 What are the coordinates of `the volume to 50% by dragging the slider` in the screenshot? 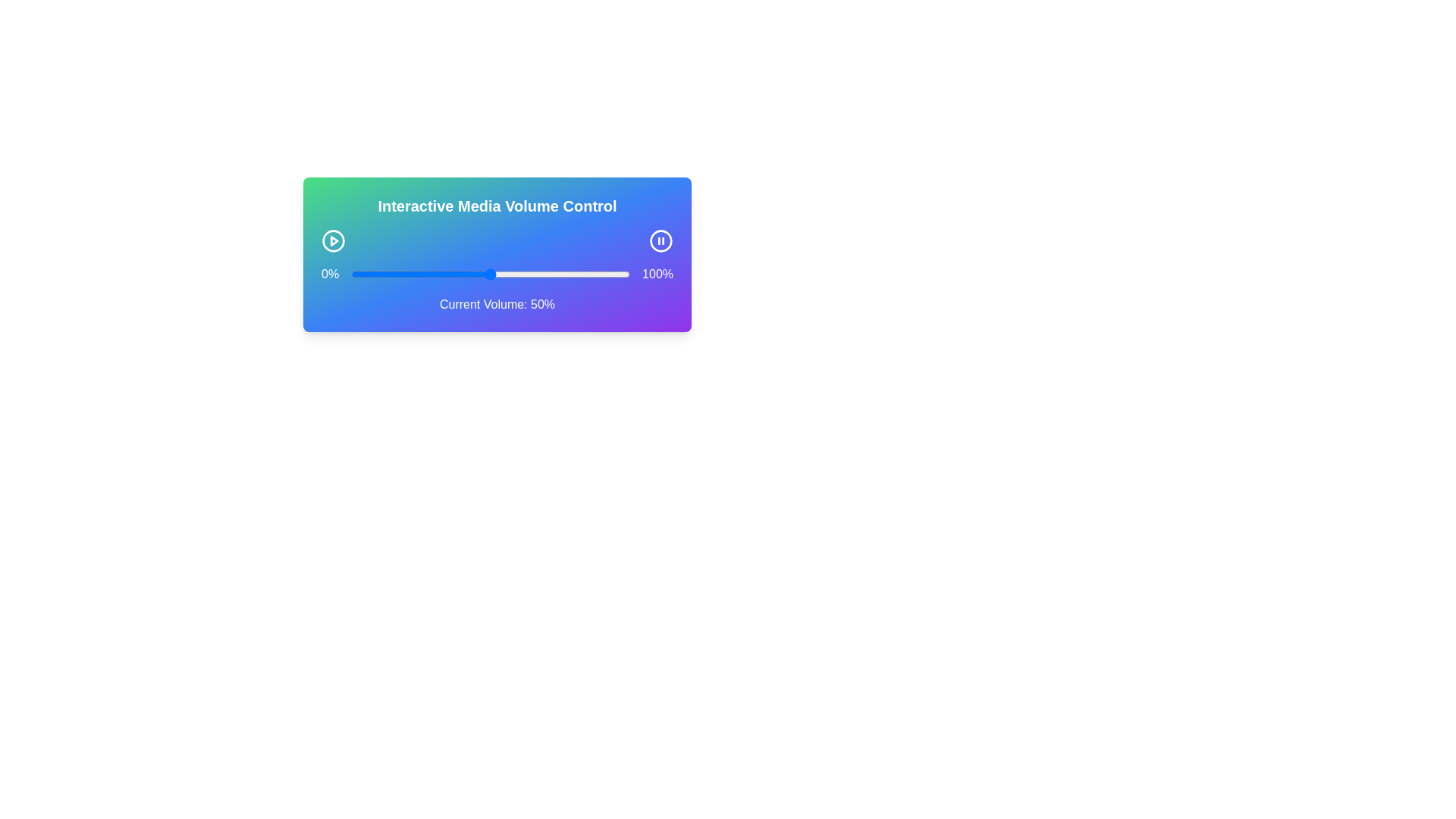 It's located at (491, 275).